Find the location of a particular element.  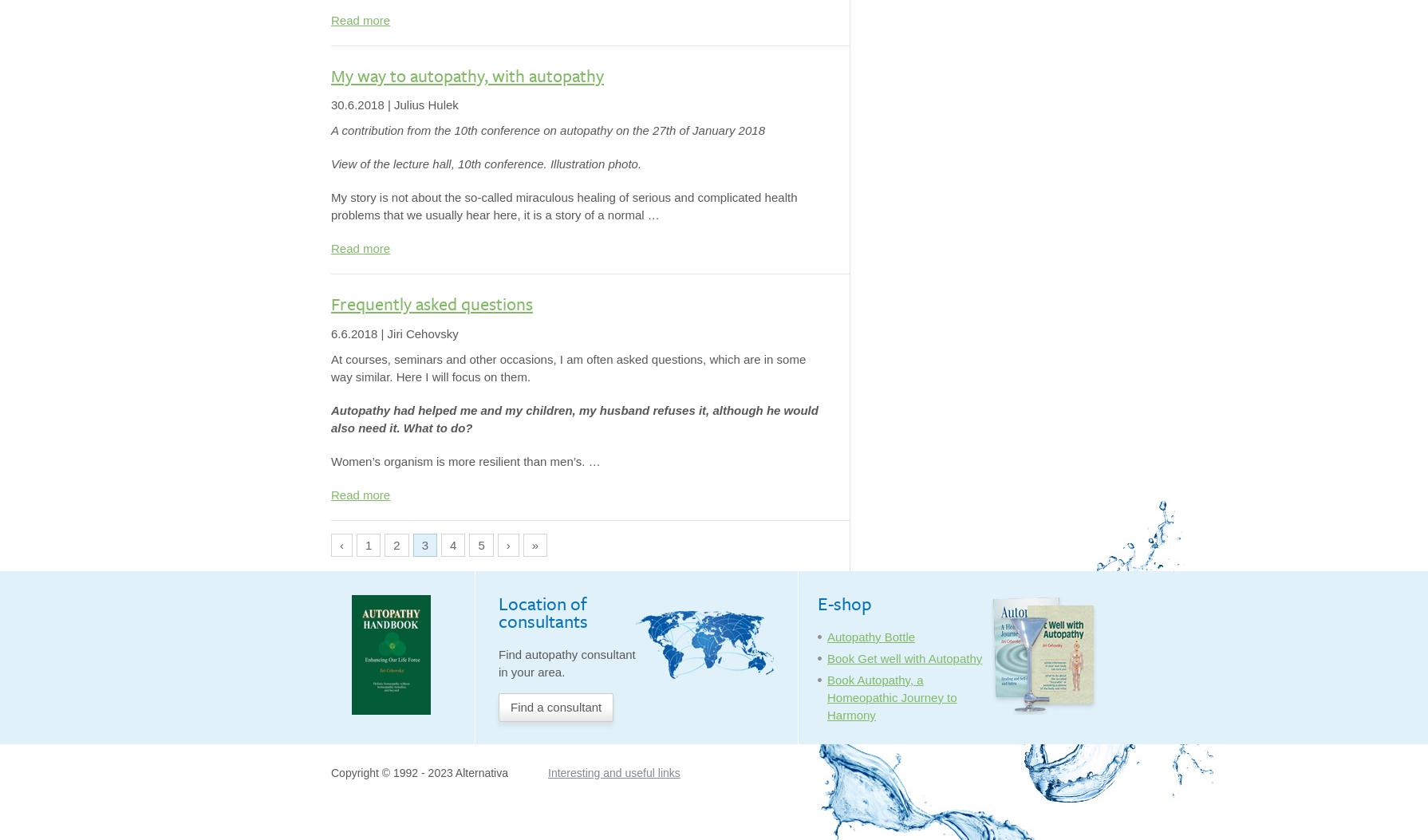

'5' is located at coordinates (480, 545).